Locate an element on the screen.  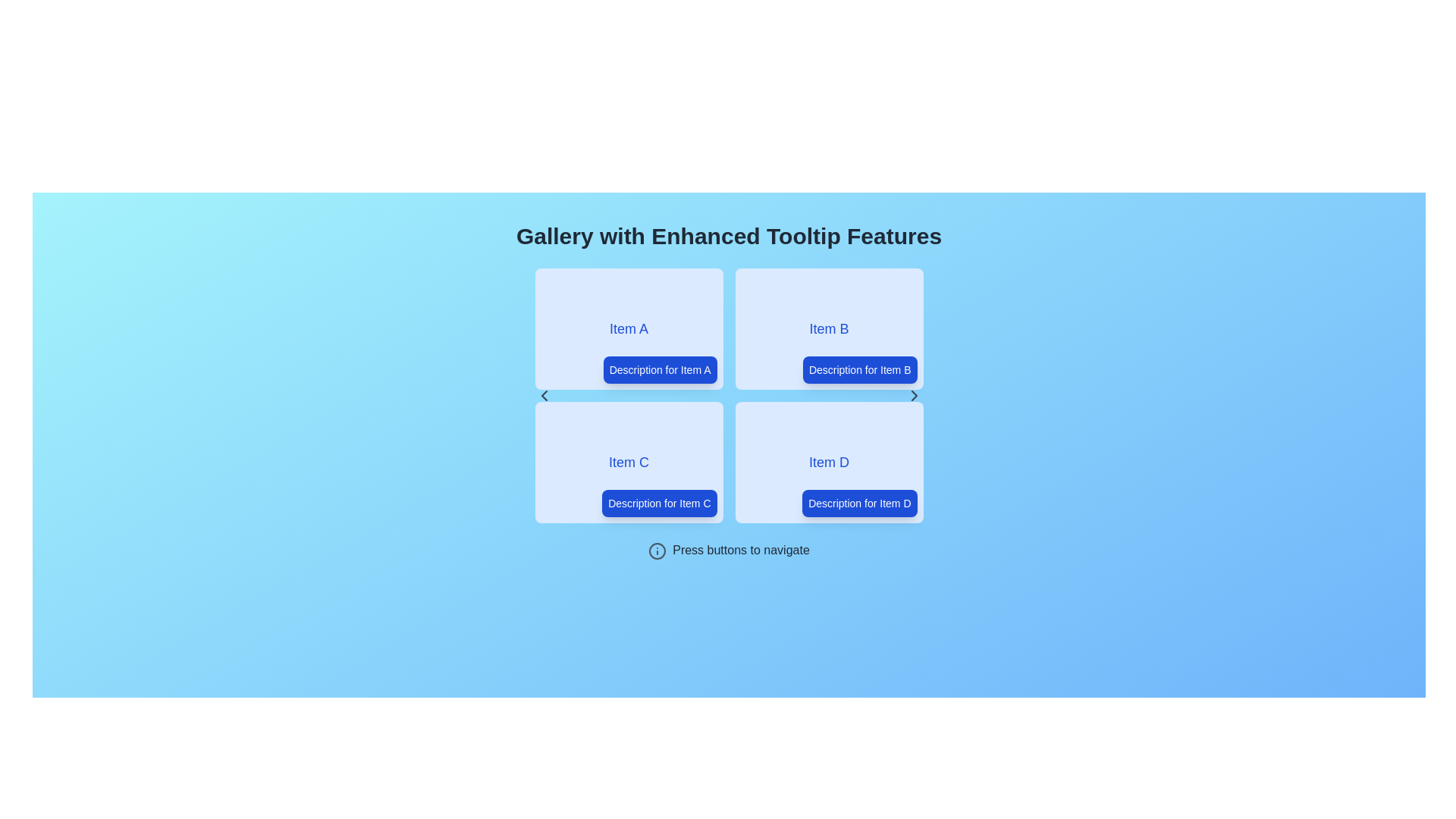
the text element displaying 'Item D', which is styled with a large font size, medium font weight, and blue color, located in the fourth card of a grid layout is located at coordinates (828, 461).